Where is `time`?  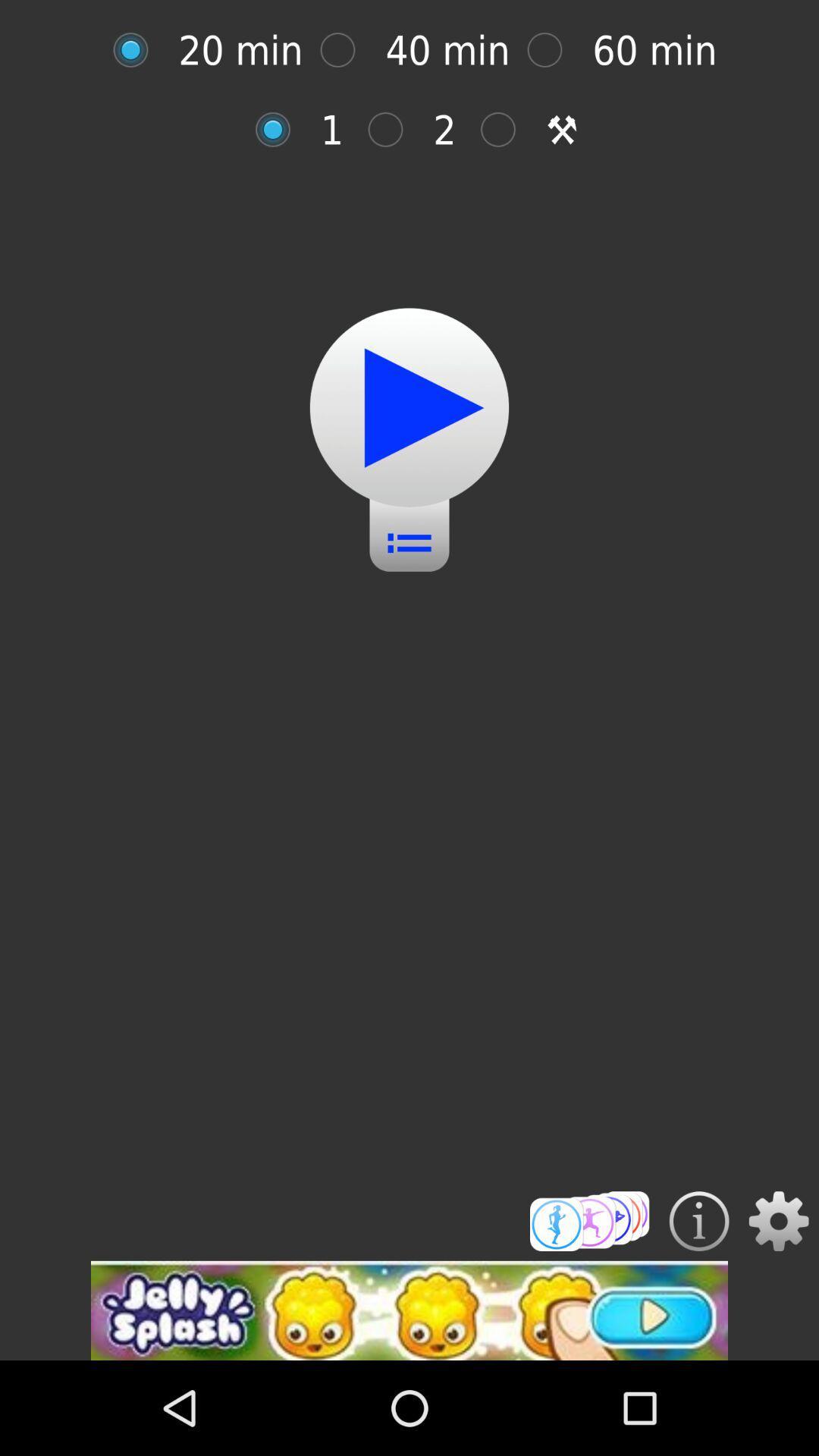
time is located at coordinates (138, 50).